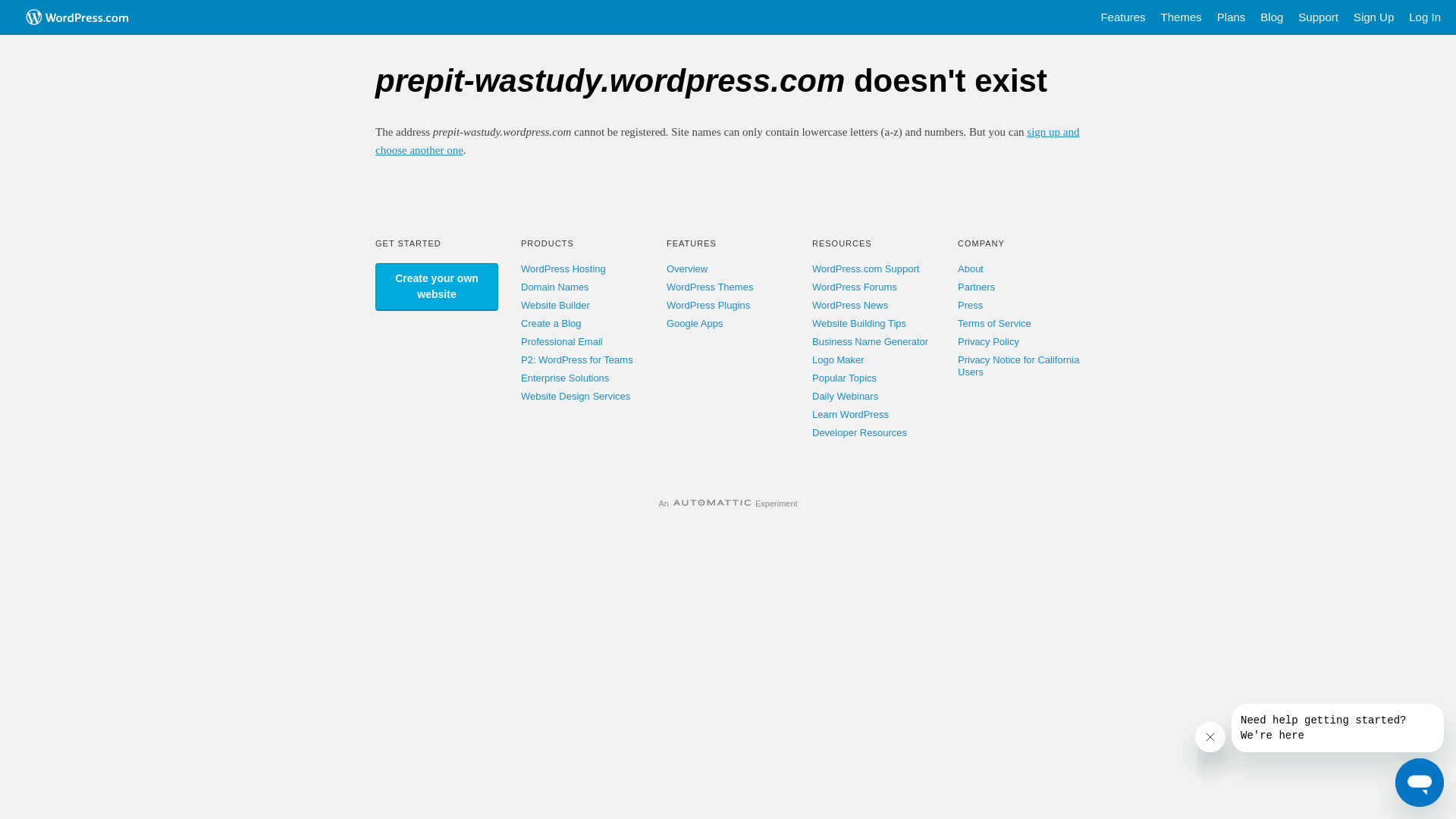 This screenshot has height=819, width=1456. I want to click on 'Press', so click(969, 305).